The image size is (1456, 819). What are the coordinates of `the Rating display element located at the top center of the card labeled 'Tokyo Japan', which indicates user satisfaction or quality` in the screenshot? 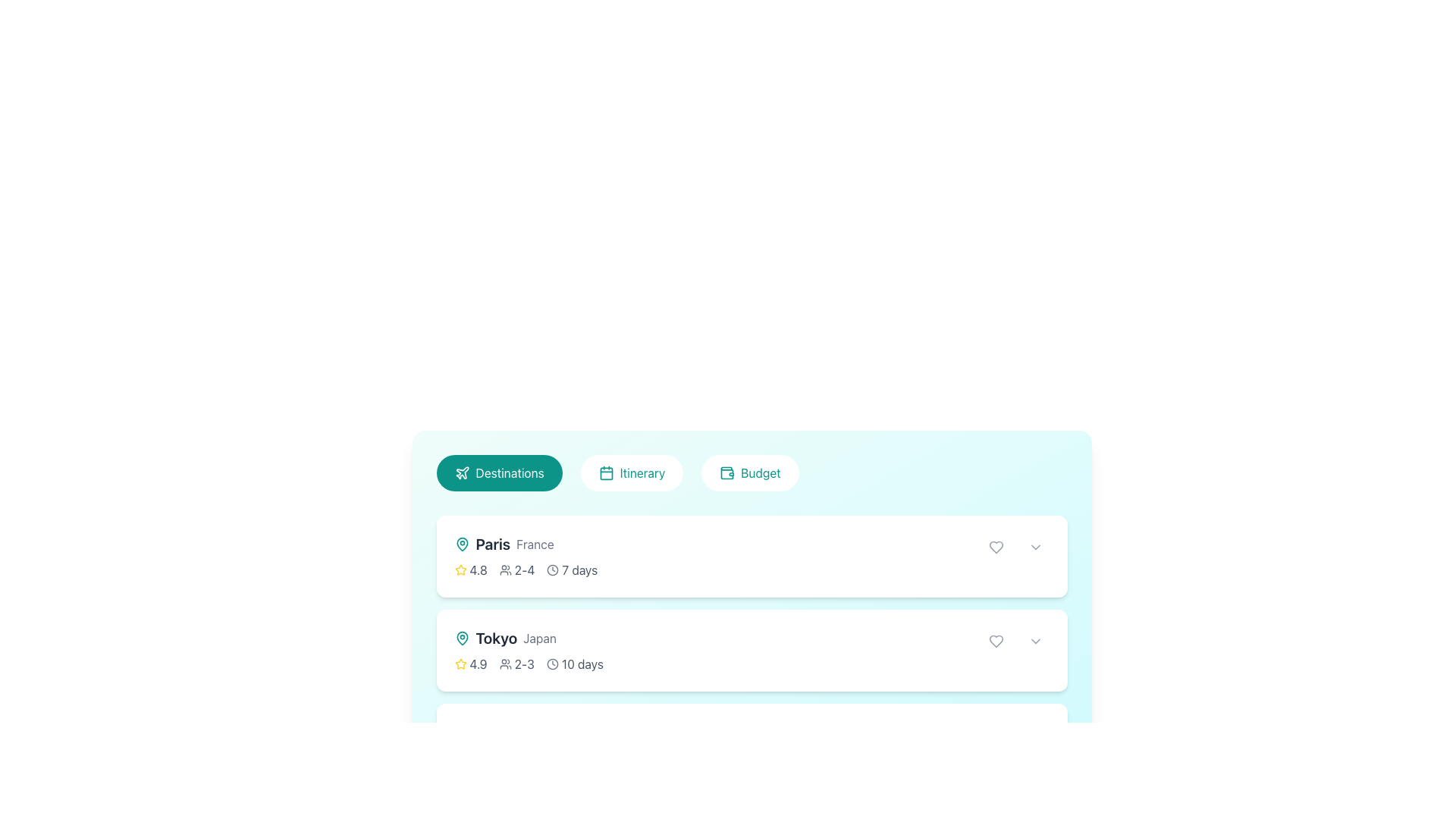 It's located at (470, 663).